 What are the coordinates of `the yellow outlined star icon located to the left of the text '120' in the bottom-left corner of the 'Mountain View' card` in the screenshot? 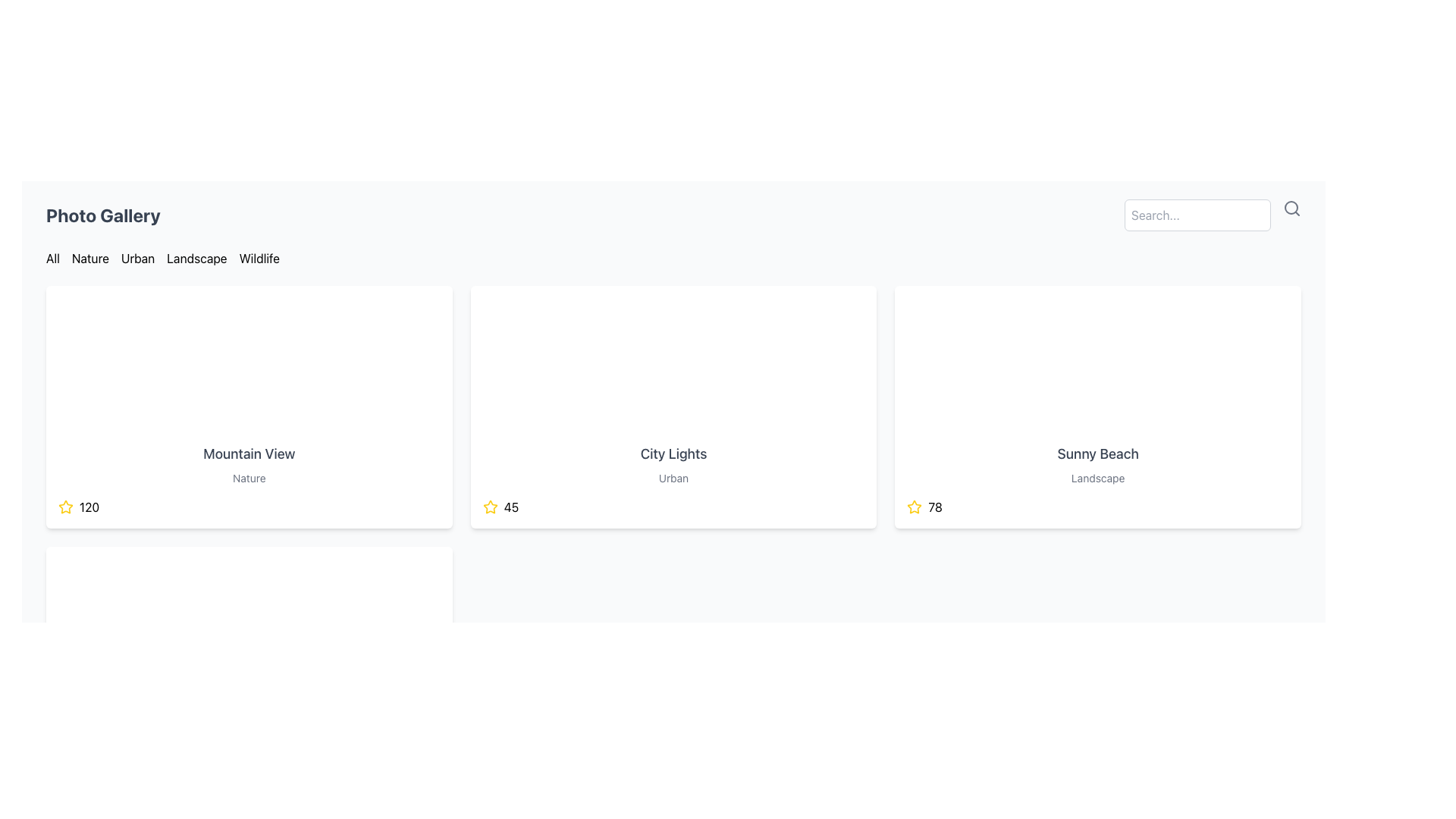 It's located at (64, 507).